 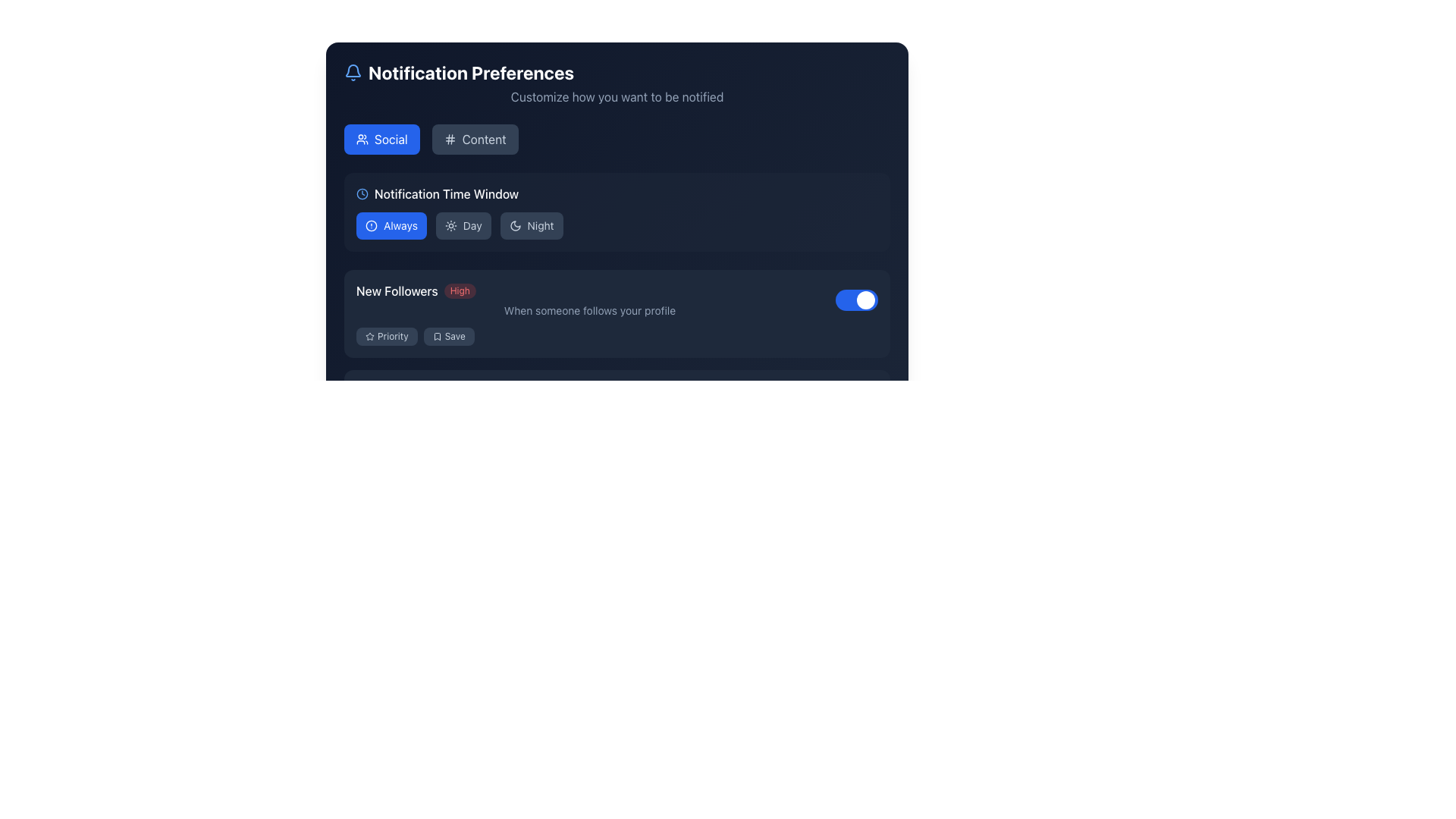 What do you see at coordinates (459, 291) in the screenshot?
I see `the displayed priority level of the 'High' label or badge, which appears to the right of 'New Followers' in the 'Notification Preferences' section` at bounding box center [459, 291].